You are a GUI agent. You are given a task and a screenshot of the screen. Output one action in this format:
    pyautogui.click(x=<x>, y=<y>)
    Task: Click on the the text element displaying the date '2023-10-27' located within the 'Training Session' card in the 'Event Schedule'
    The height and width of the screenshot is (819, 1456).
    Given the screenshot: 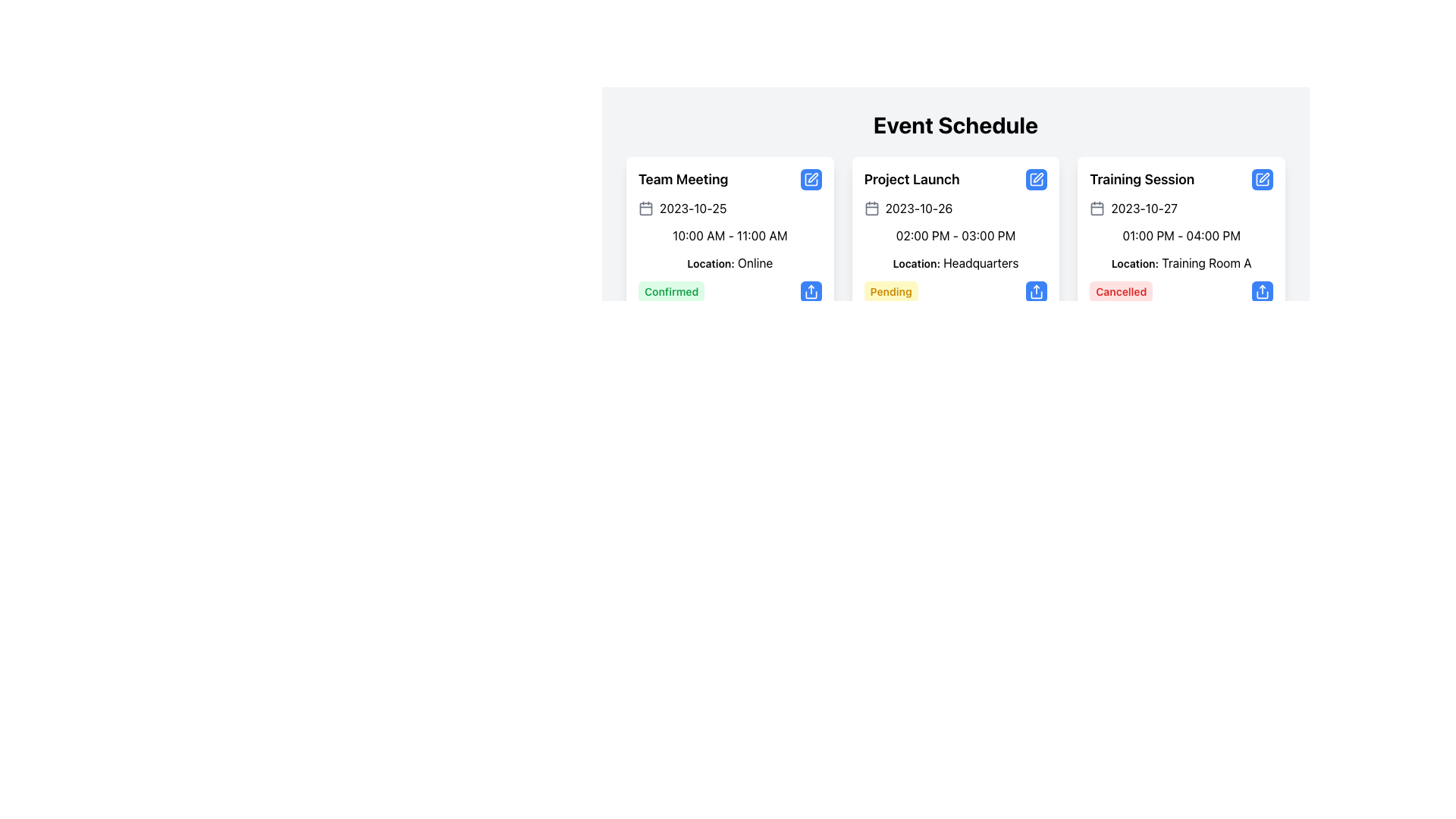 What is the action you would take?
    pyautogui.click(x=1144, y=208)
    